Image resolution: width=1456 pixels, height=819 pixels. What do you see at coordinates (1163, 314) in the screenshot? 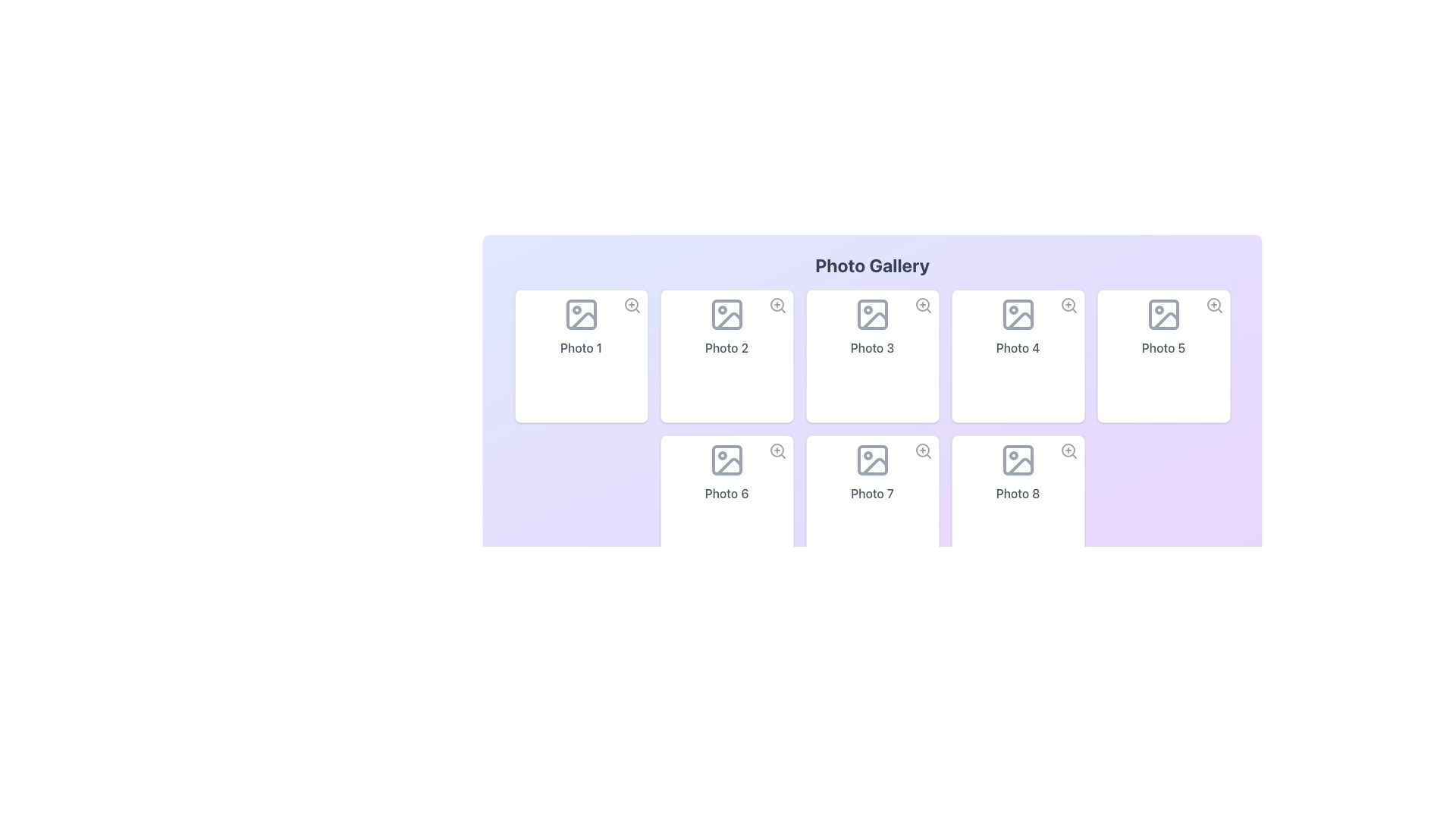
I see `the inner rectangular structure of the SVG placeholder icon representing the absent image in the 'Photo 5' position in the photo gallery grid` at bounding box center [1163, 314].